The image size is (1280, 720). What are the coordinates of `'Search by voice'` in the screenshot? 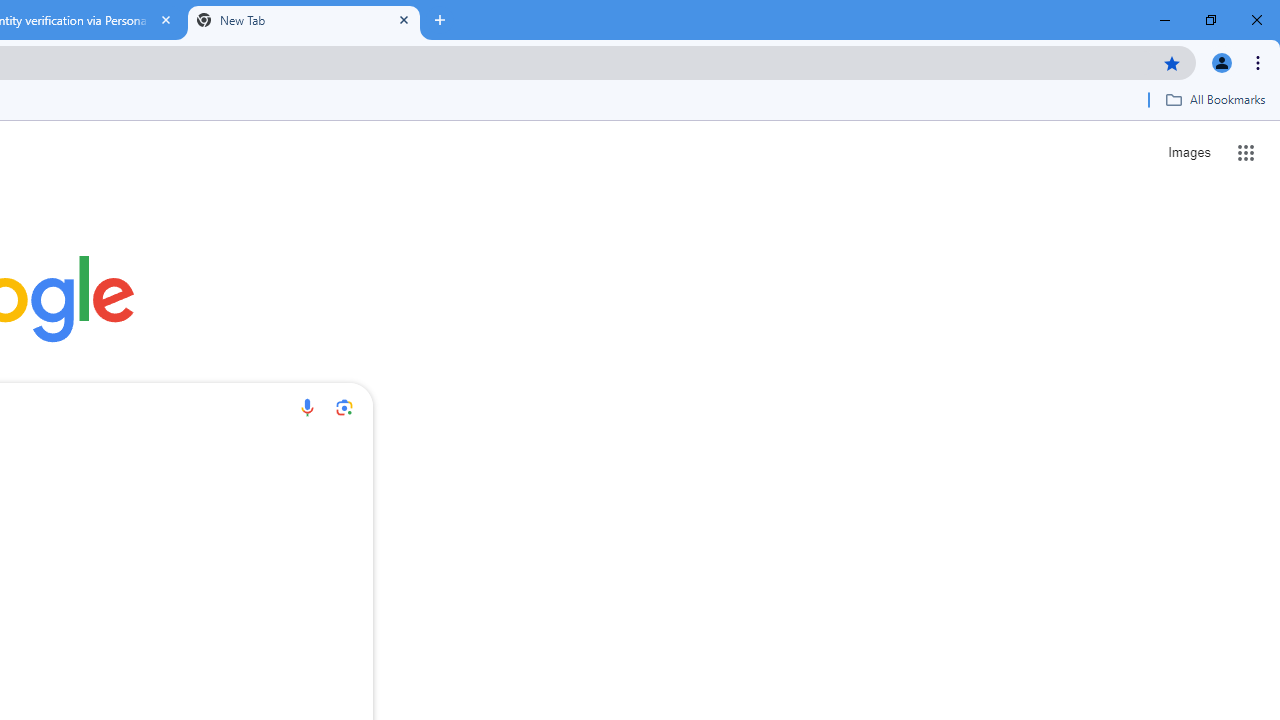 It's located at (306, 406).